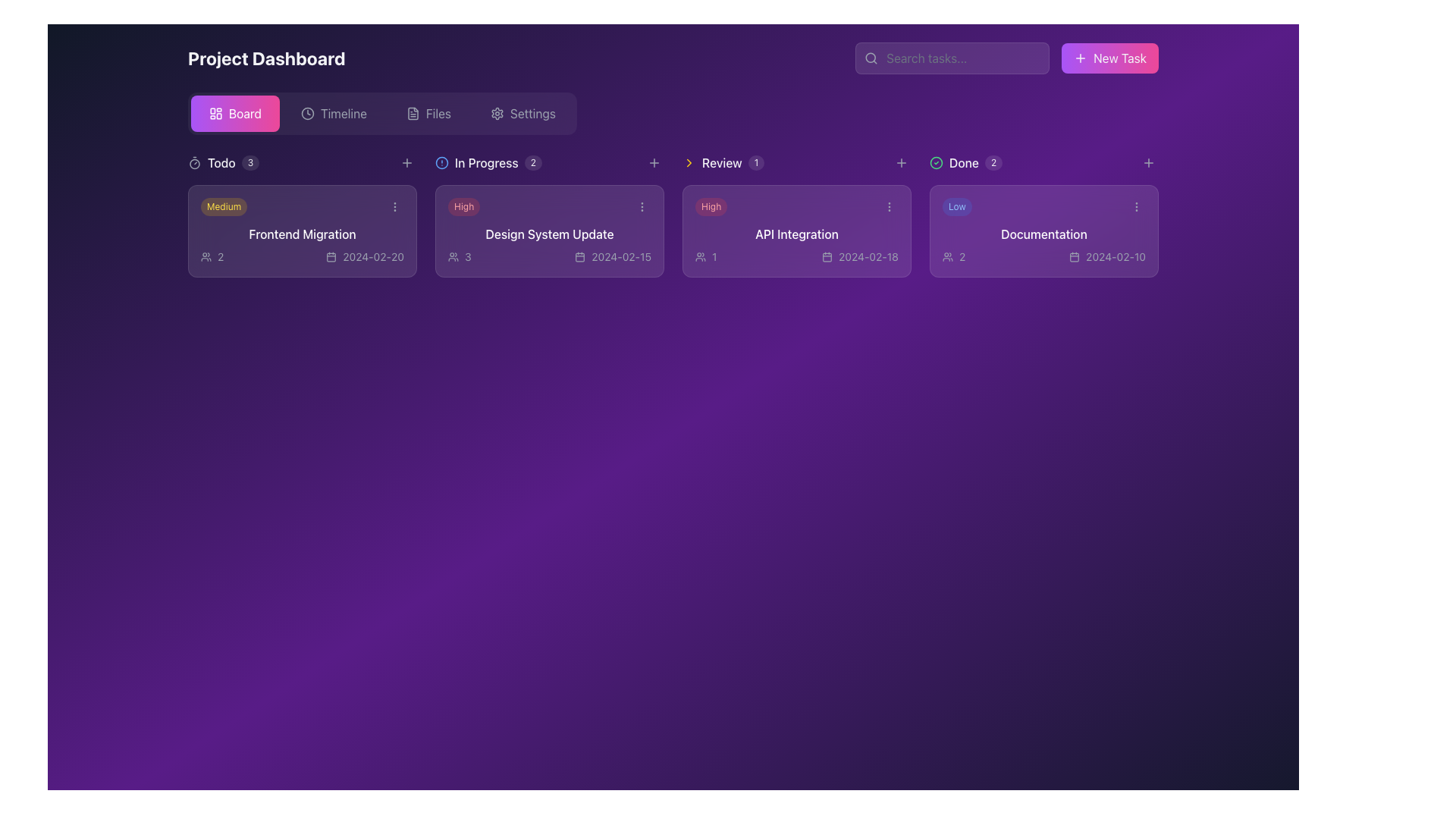 The image size is (1456, 819). What do you see at coordinates (1116, 256) in the screenshot?
I see `the date displayed on the Text label in the bottom right corner of the 'Documentation' card` at bounding box center [1116, 256].